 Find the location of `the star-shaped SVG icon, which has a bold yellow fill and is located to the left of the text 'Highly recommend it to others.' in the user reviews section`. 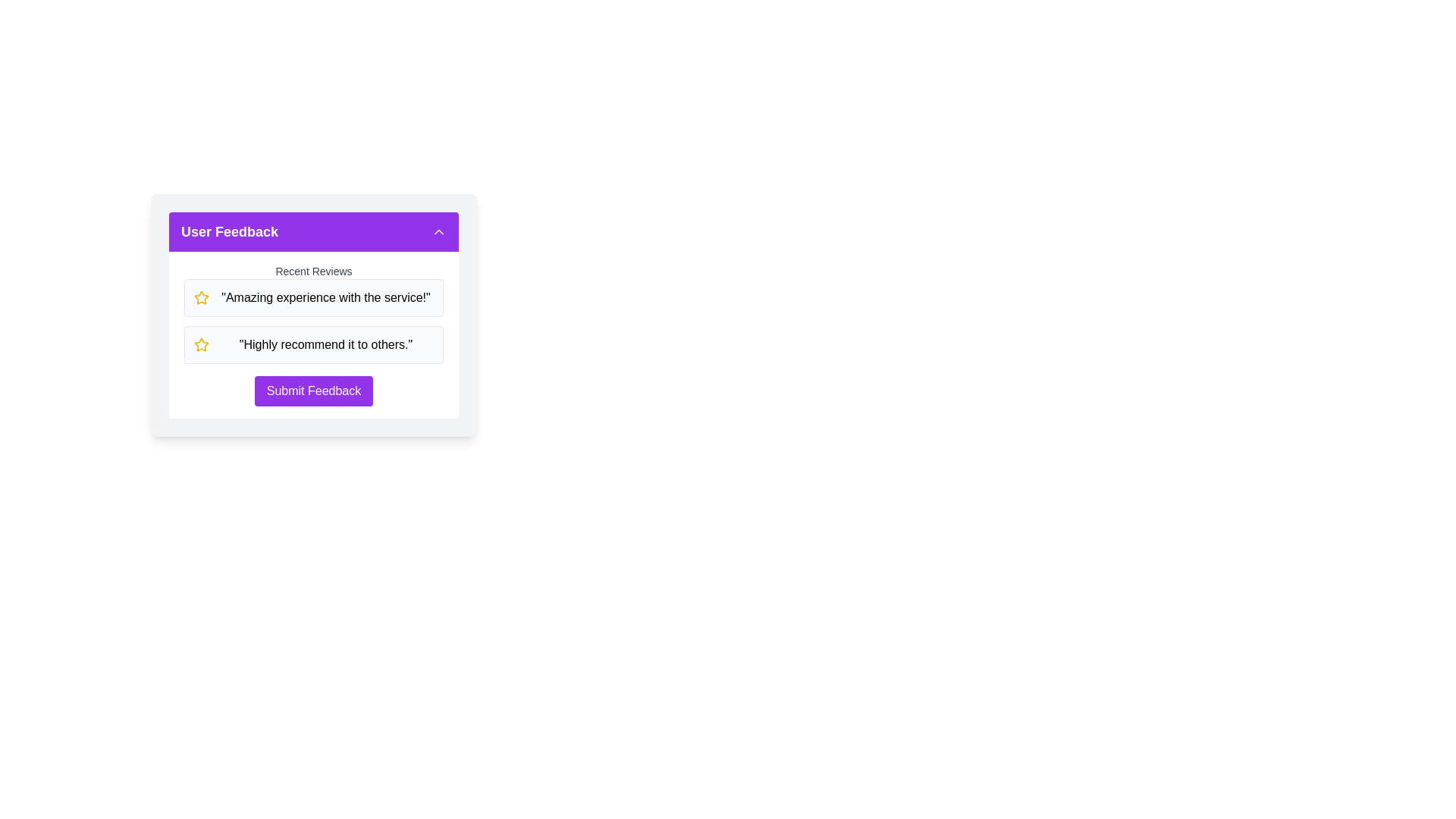

the star-shaped SVG icon, which has a bold yellow fill and is located to the left of the text 'Highly recommend it to others.' in the user reviews section is located at coordinates (200, 297).